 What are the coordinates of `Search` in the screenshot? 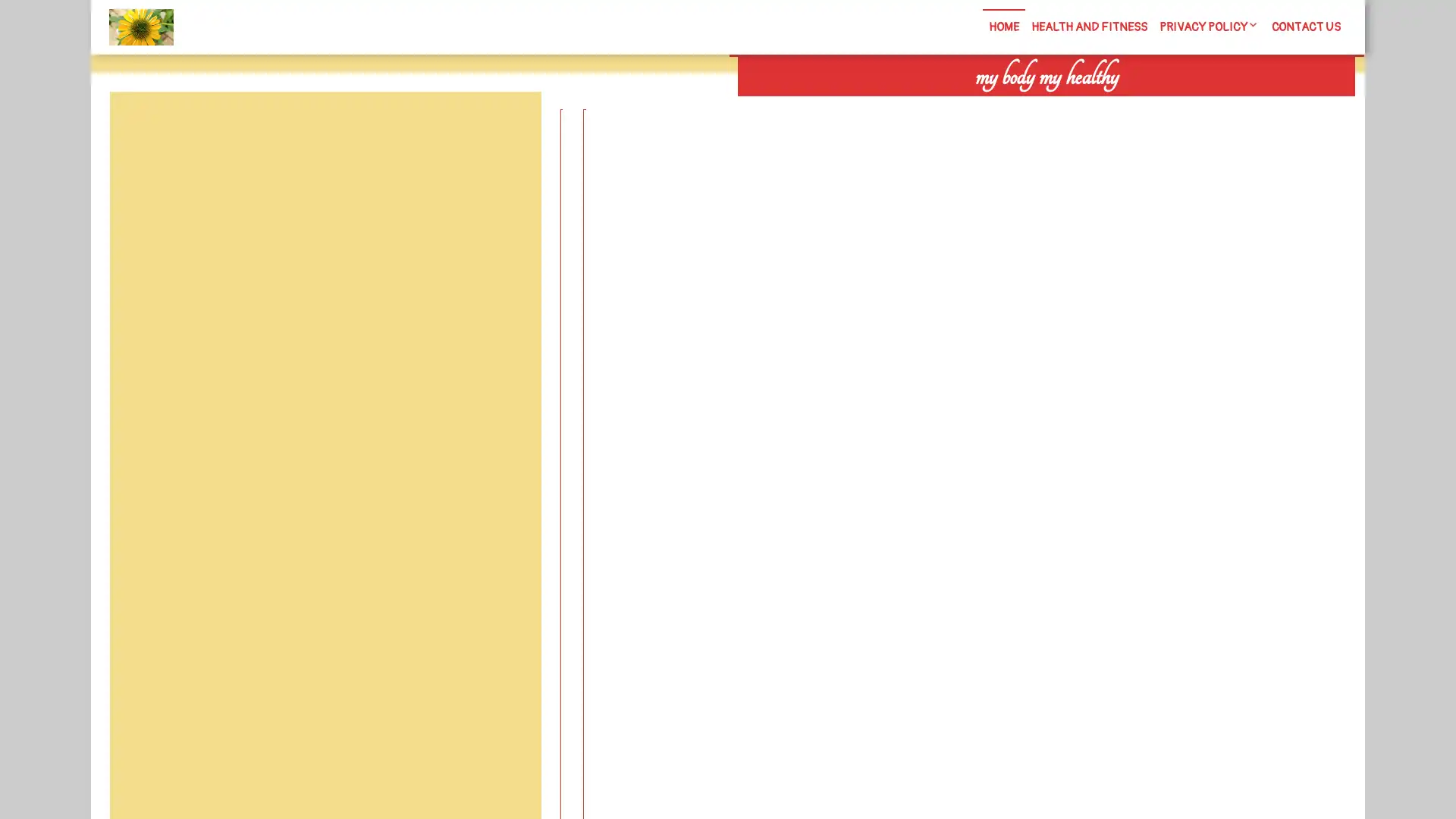 It's located at (506, 127).